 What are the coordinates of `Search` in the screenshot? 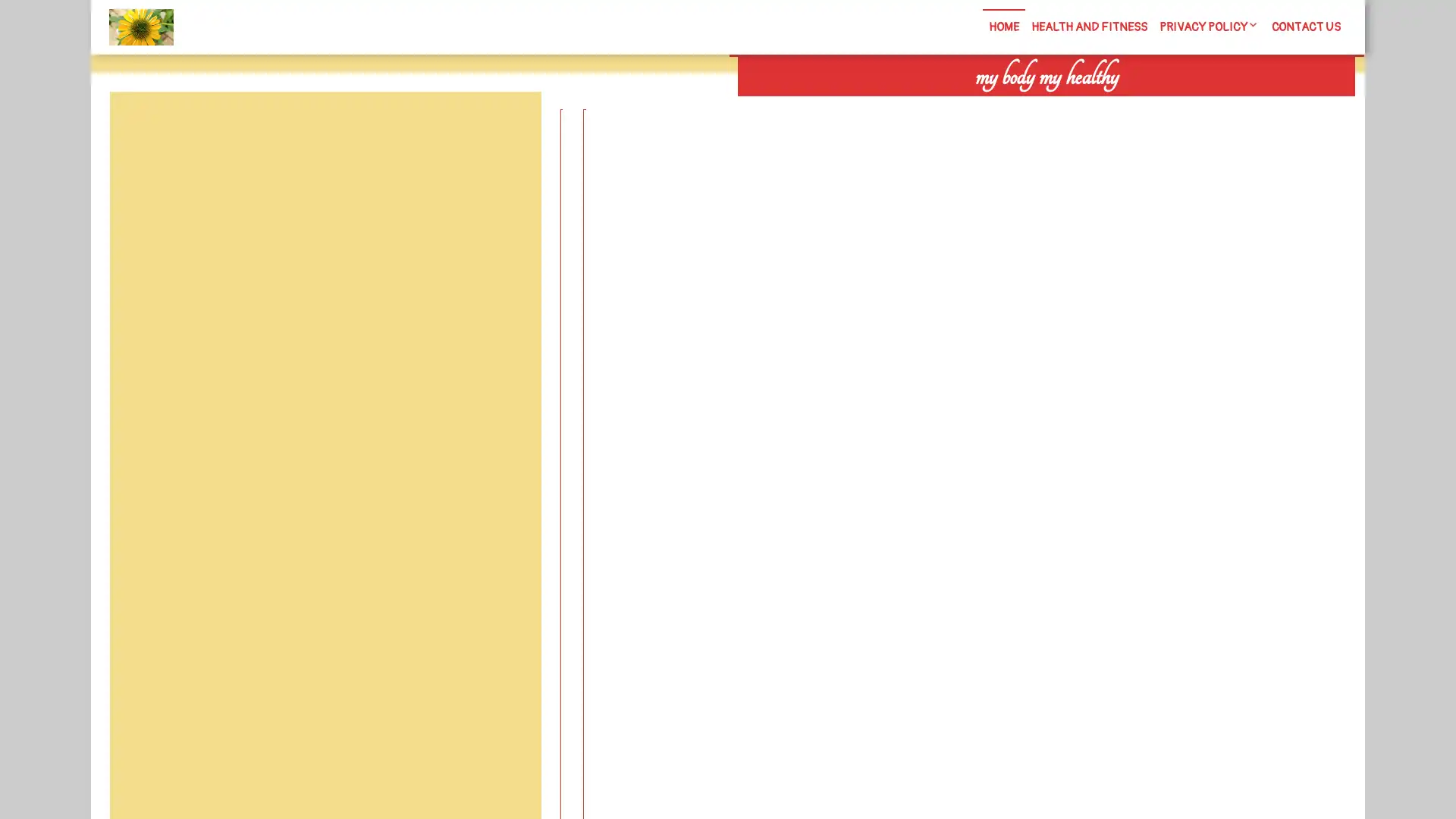 It's located at (506, 127).